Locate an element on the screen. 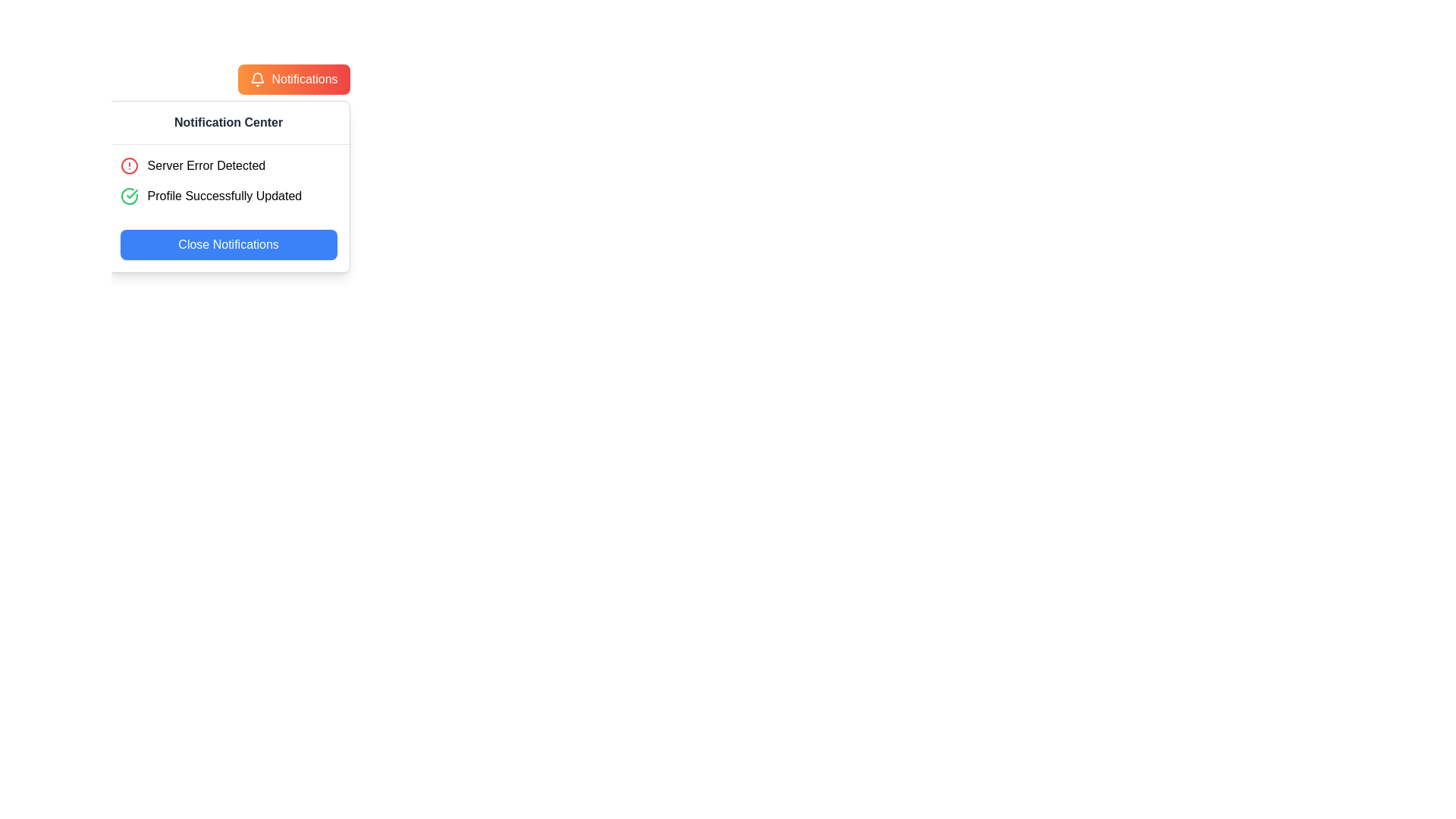 This screenshot has height=819, width=1456. the close button located at the bottom of the notifications panel is located at coordinates (227, 244).